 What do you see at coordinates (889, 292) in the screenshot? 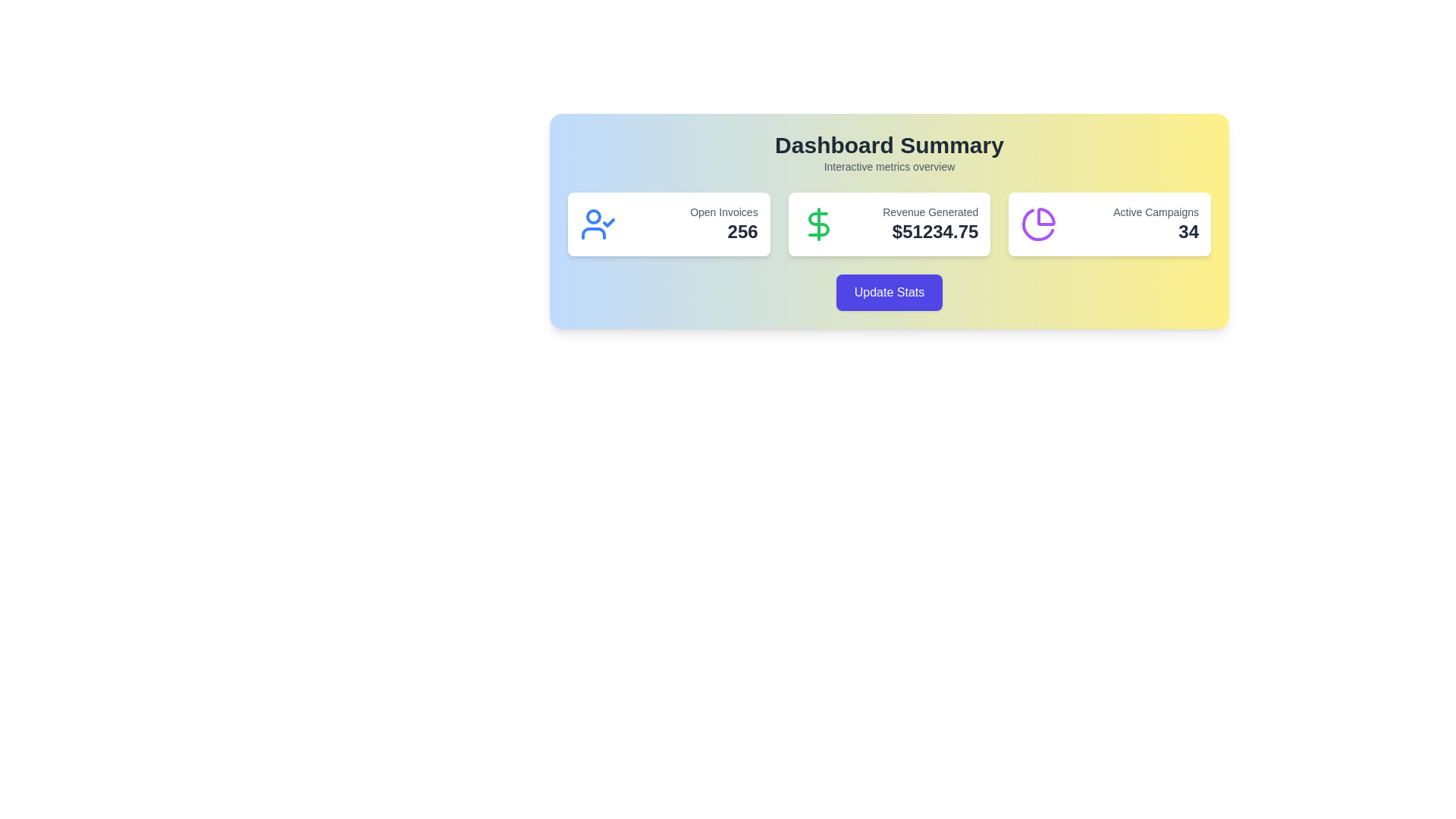
I see `the button that triggers the action of updating statistical data displayed in the interface to observe hover effects` at bounding box center [889, 292].